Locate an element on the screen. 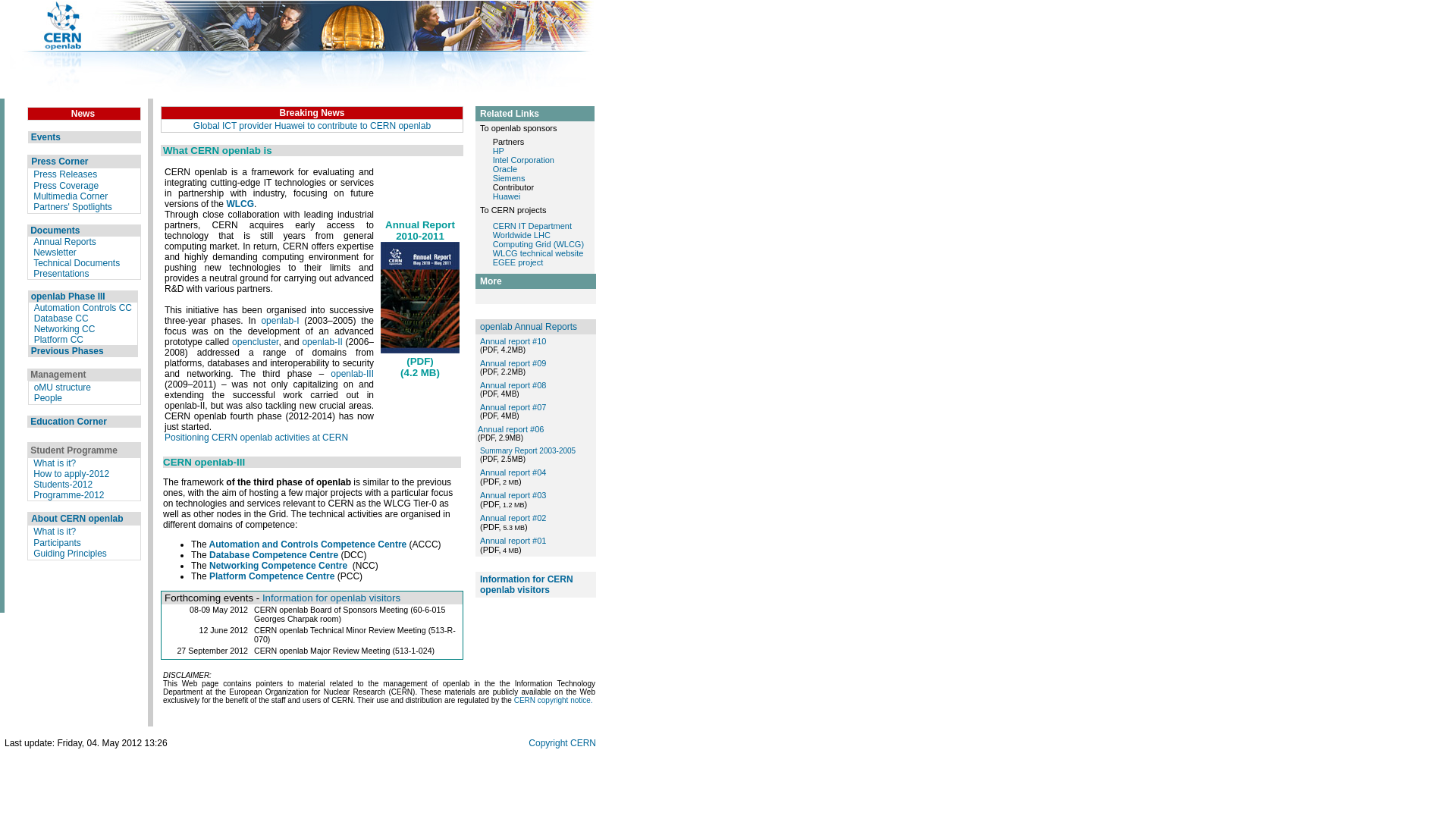 Image resolution: width=1456 pixels, height=819 pixels. 'Annual report #08' is located at coordinates (513, 384).